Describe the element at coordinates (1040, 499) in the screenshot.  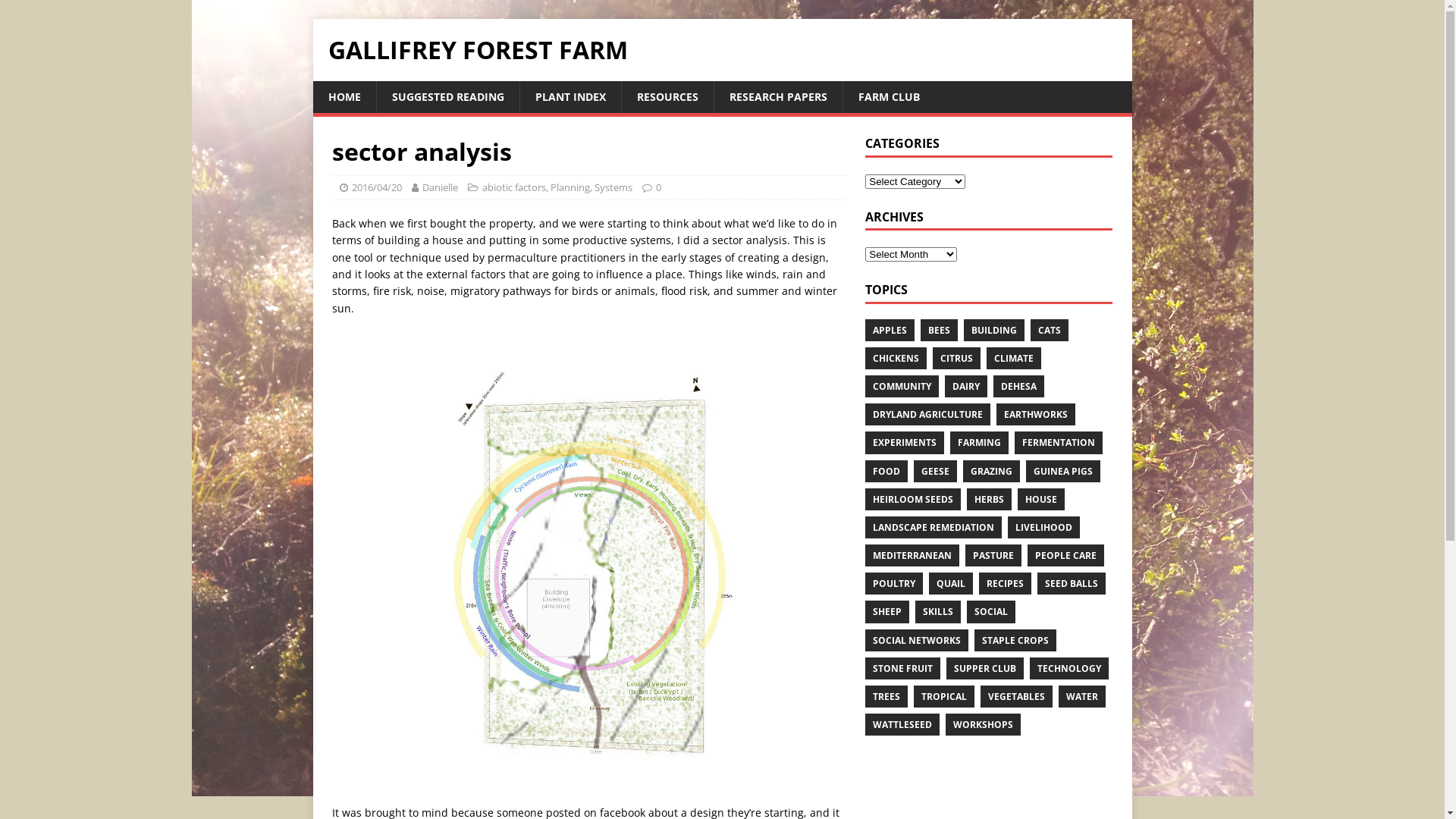
I see `'HOUSE'` at that location.